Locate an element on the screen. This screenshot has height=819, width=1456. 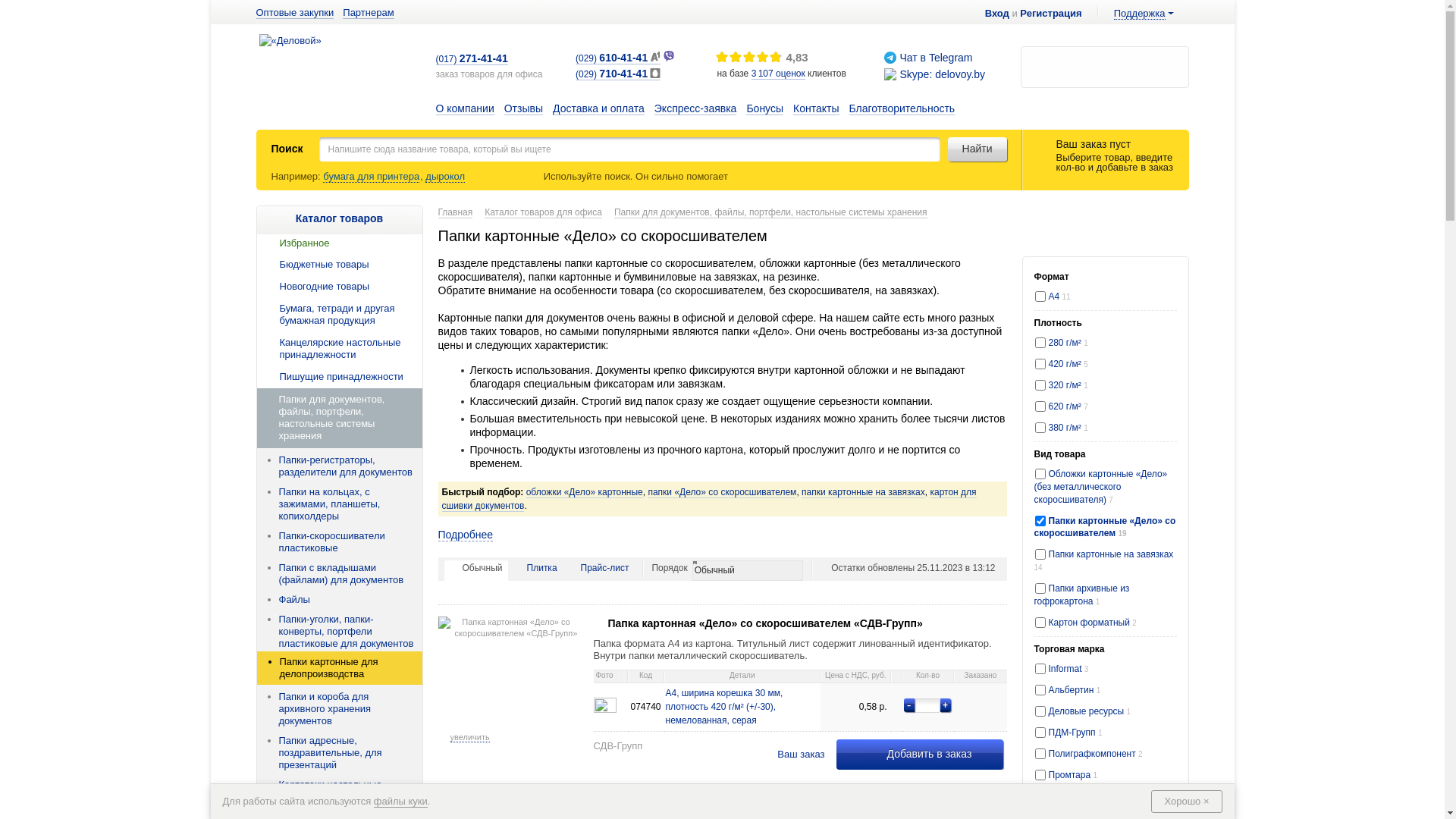
'Skype: delovoy.by' is located at coordinates (941, 74).